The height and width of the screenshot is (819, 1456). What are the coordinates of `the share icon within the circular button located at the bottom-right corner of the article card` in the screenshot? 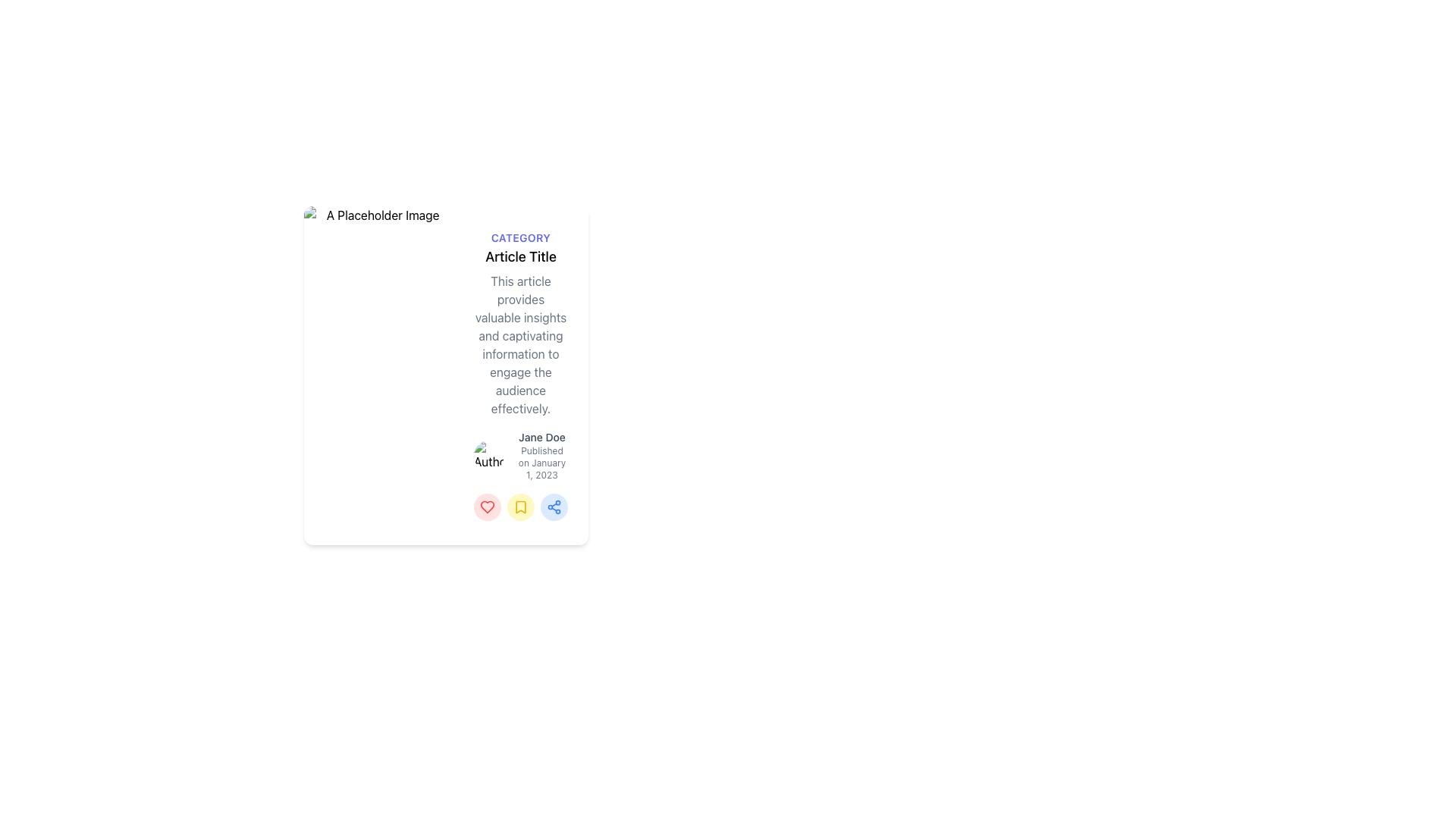 It's located at (553, 507).